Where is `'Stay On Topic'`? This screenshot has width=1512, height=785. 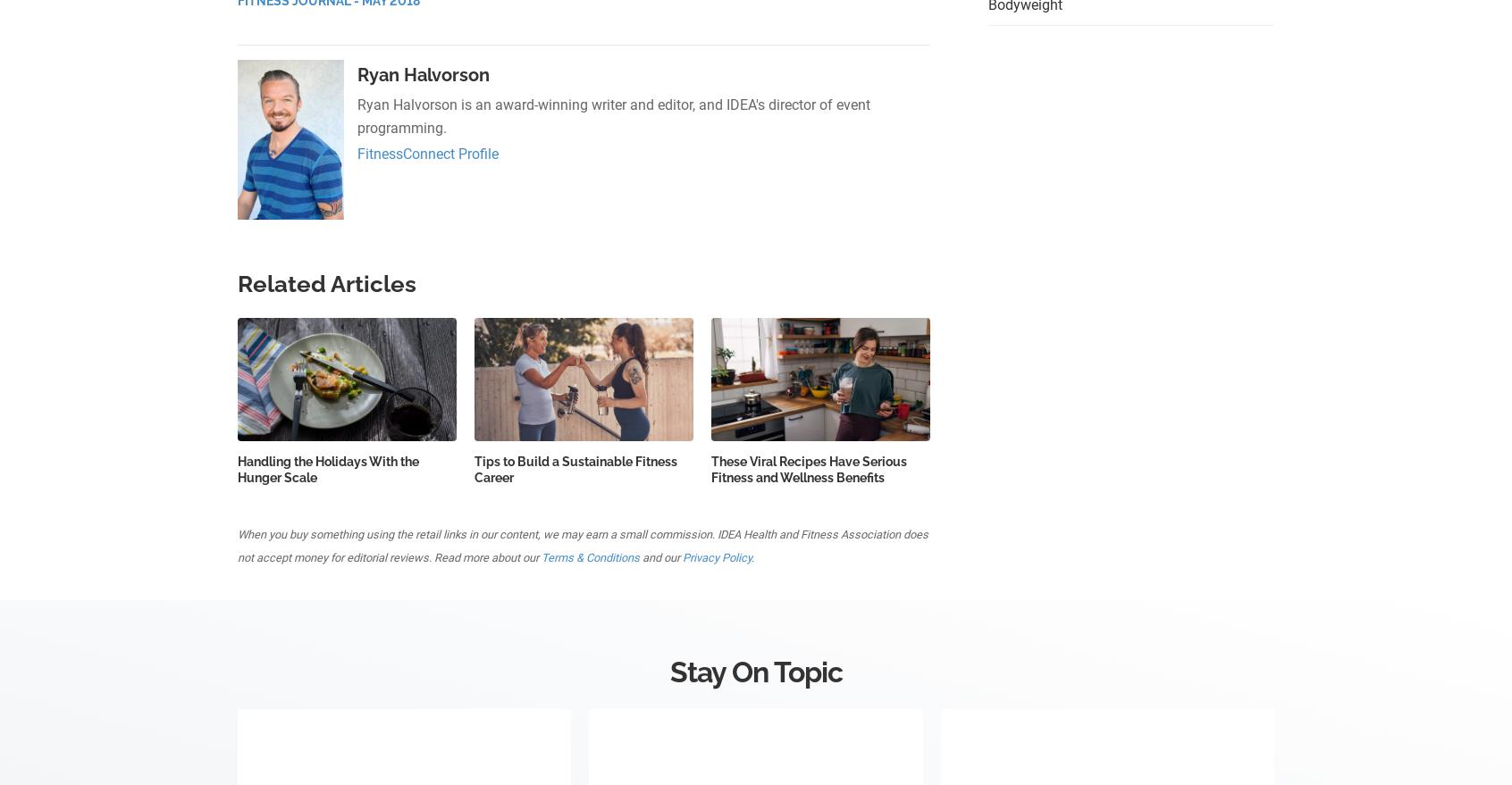 'Stay On Topic' is located at coordinates (755, 671).